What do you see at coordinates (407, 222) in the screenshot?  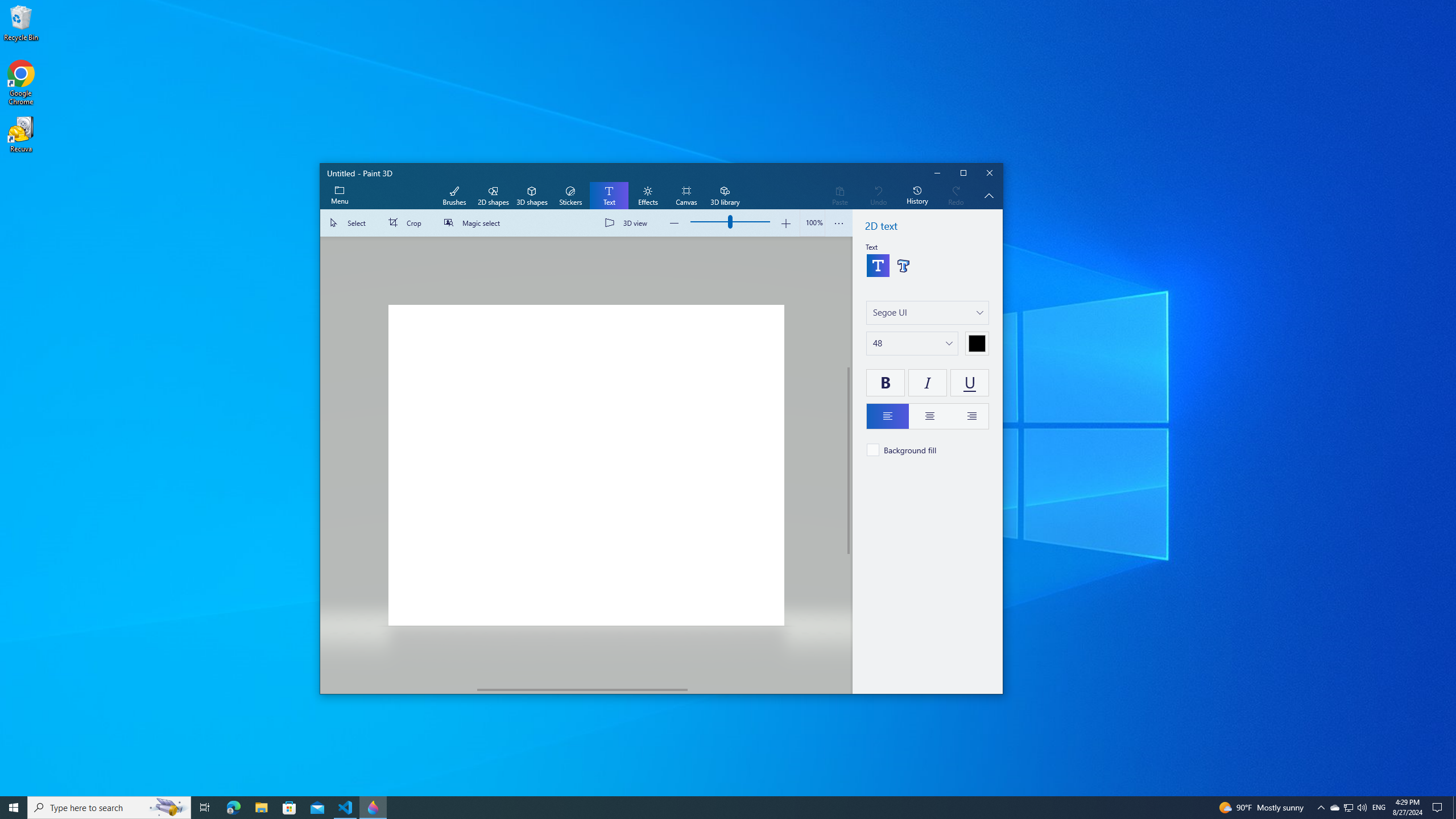 I see `'Crop'` at bounding box center [407, 222].